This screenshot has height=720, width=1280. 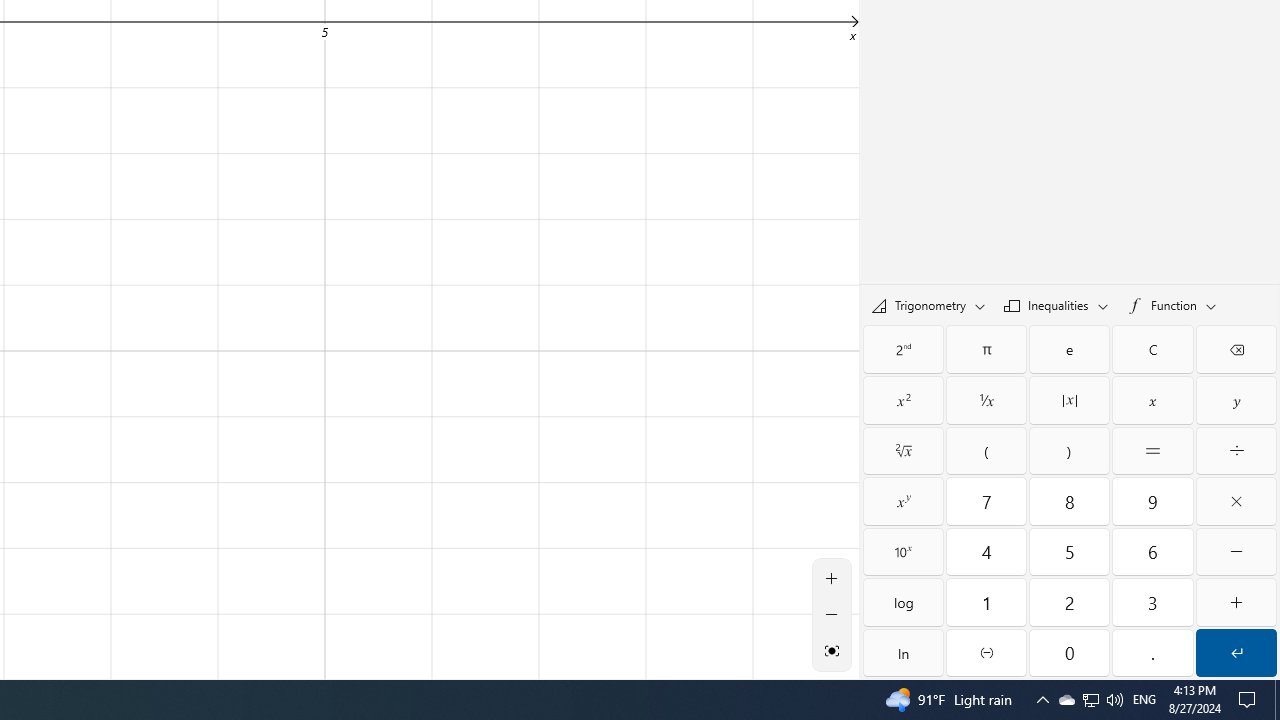 What do you see at coordinates (1068, 348) in the screenshot?
I see `'Euler'` at bounding box center [1068, 348].